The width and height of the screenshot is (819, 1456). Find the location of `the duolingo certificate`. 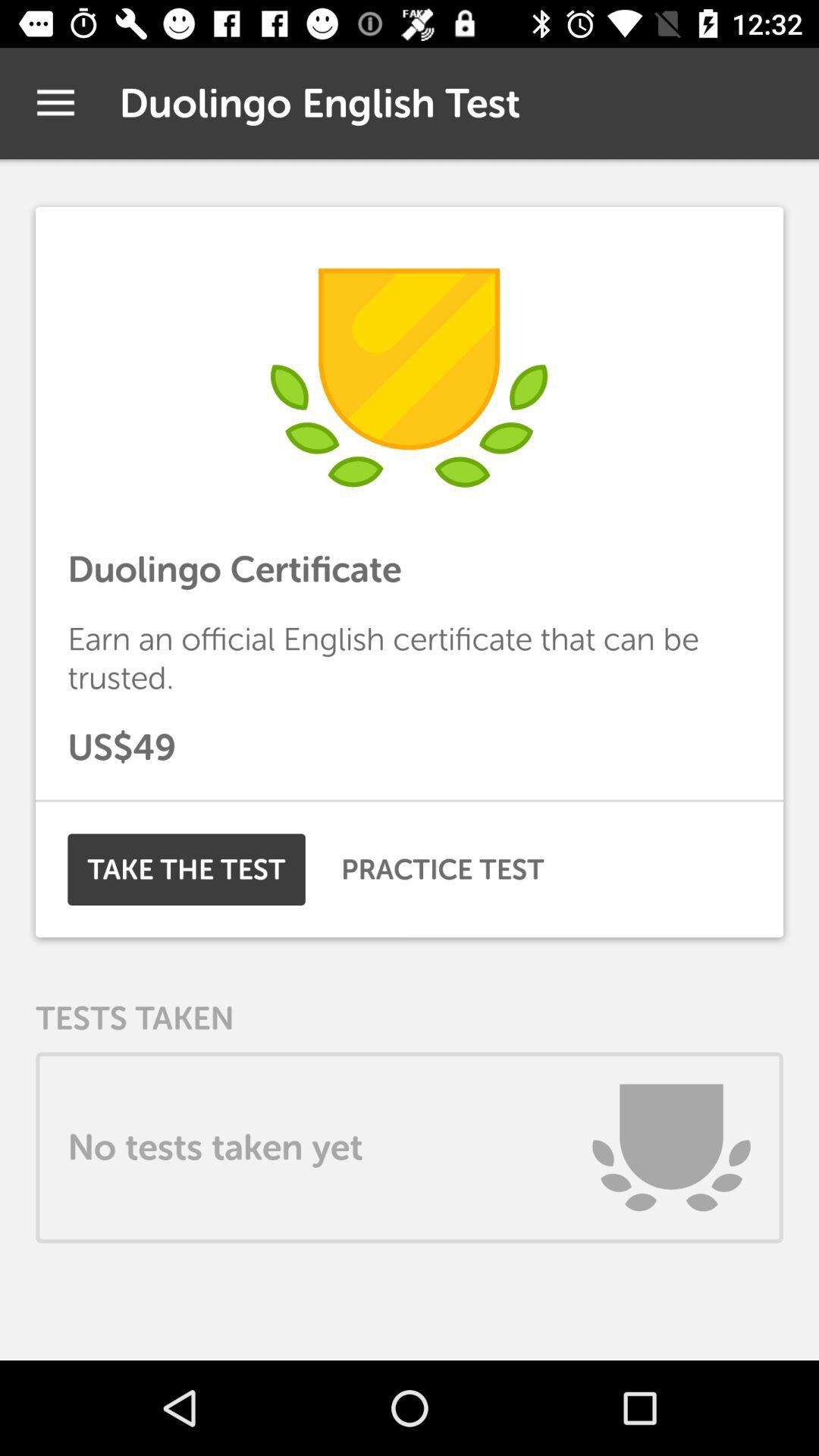

the duolingo certificate is located at coordinates (409, 569).